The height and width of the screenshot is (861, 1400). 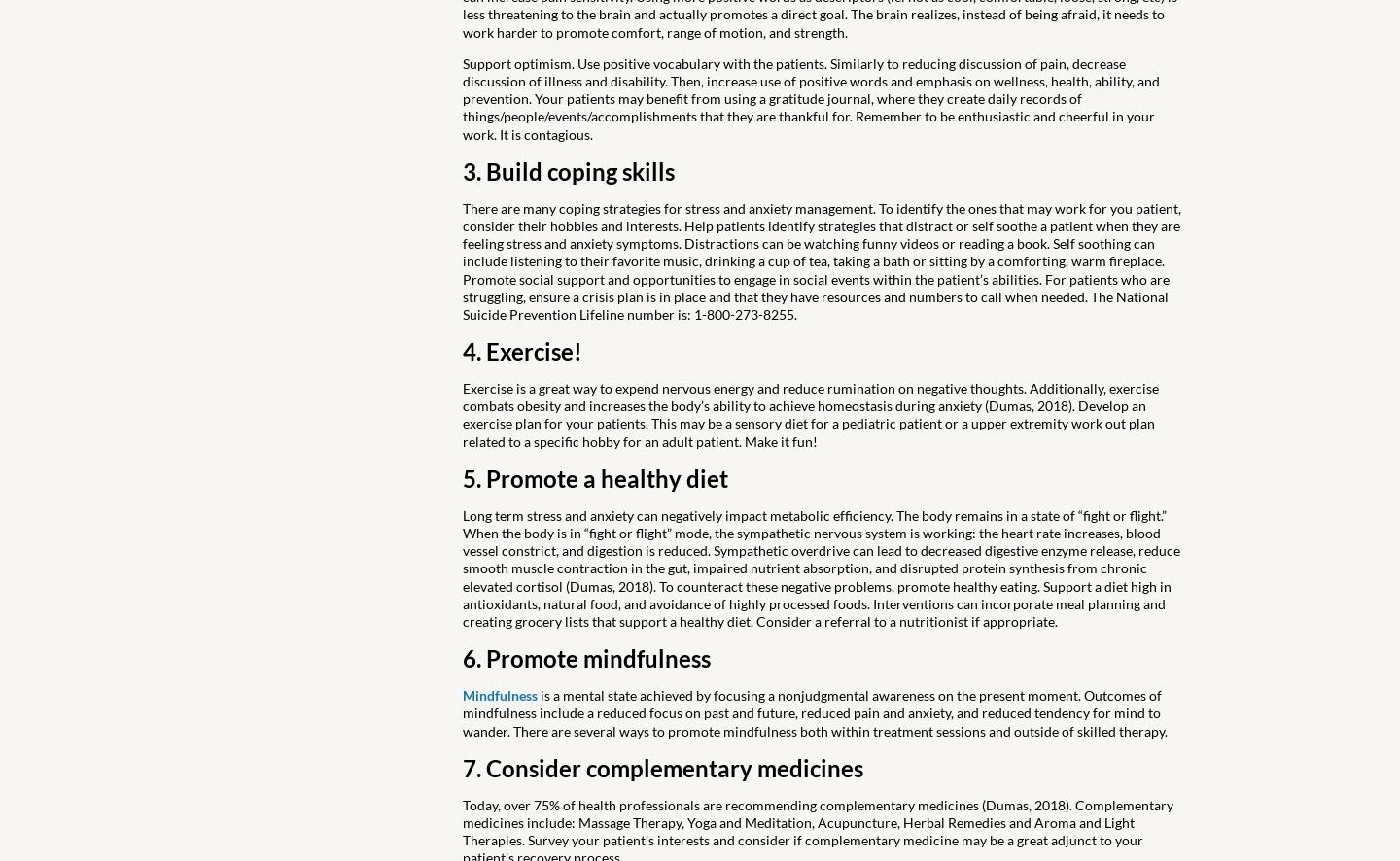 What do you see at coordinates (820, 566) in the screenshot?
I see `'Long term stress and anxiety can negatively impact metabolic efficiency. The body remains in a state of “fight or flight.” When the body is in “fight or flight” mode, the sympathetic nervous system is working: the heart rate increases, blood vessel constrict, and digestion is reduced. Sympathetic overdrive can lead to decreased digestive enzyme release, reduce smooth muscle contraction in the gut, impaired nutrient absorption, and disrupted protein synthesis from chronic elevated cortisol (Dumas, 2018). To counteract these negative problems, promote healthy eating. Support a diet high in antioxidants, natural food, and avoidance of highly processed foods. Interventions can incorporate meal planning and creating grocery lists that support a healthy diet. Consider a referral to a nutritionist if appropriate.'` at bounding box center [820, 566].